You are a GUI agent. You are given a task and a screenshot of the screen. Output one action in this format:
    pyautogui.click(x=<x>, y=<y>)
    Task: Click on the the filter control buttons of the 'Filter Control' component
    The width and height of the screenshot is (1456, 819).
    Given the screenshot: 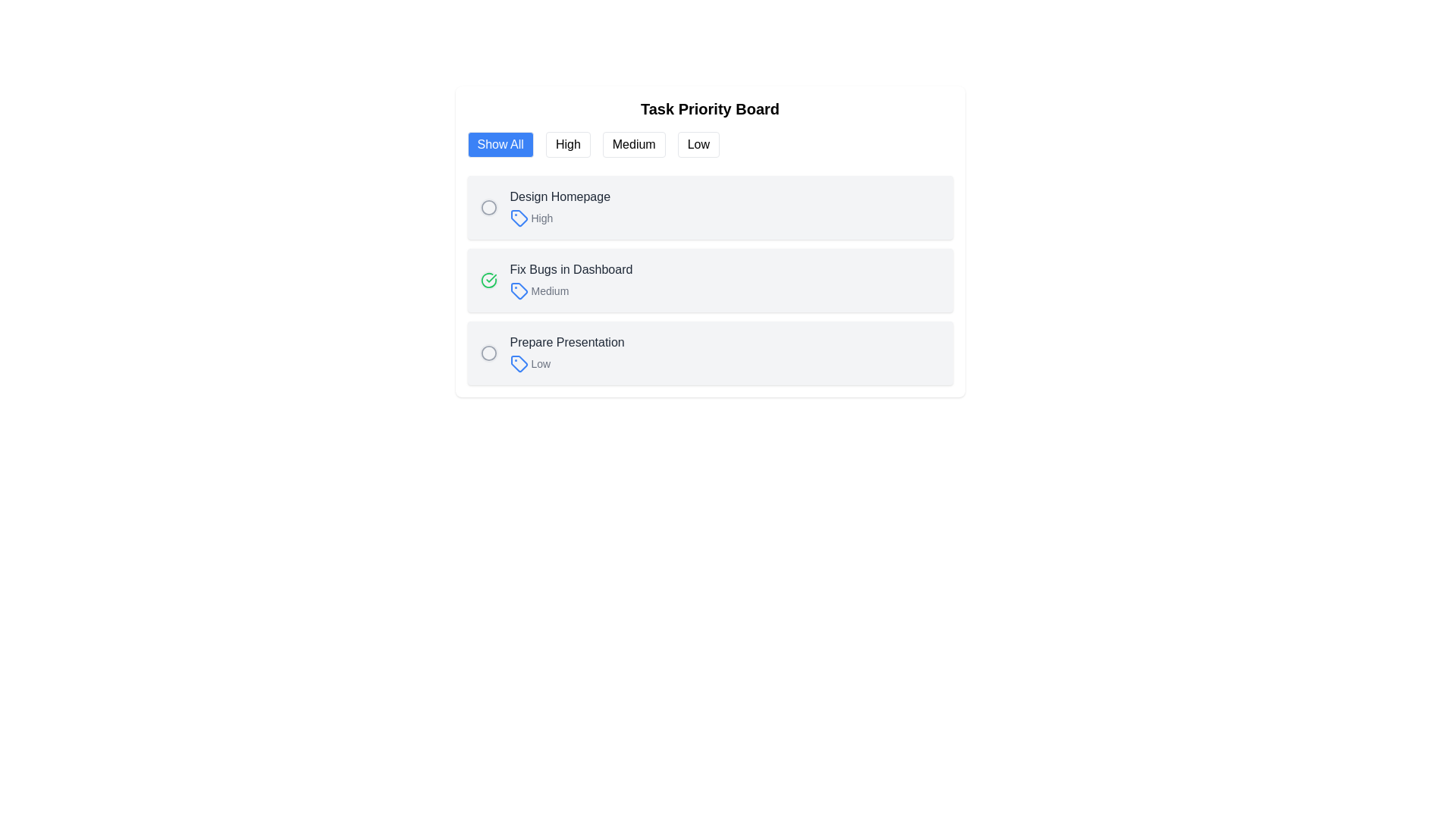 What is the action you would take?
    pyautogui.click(x=709, y=127)
    